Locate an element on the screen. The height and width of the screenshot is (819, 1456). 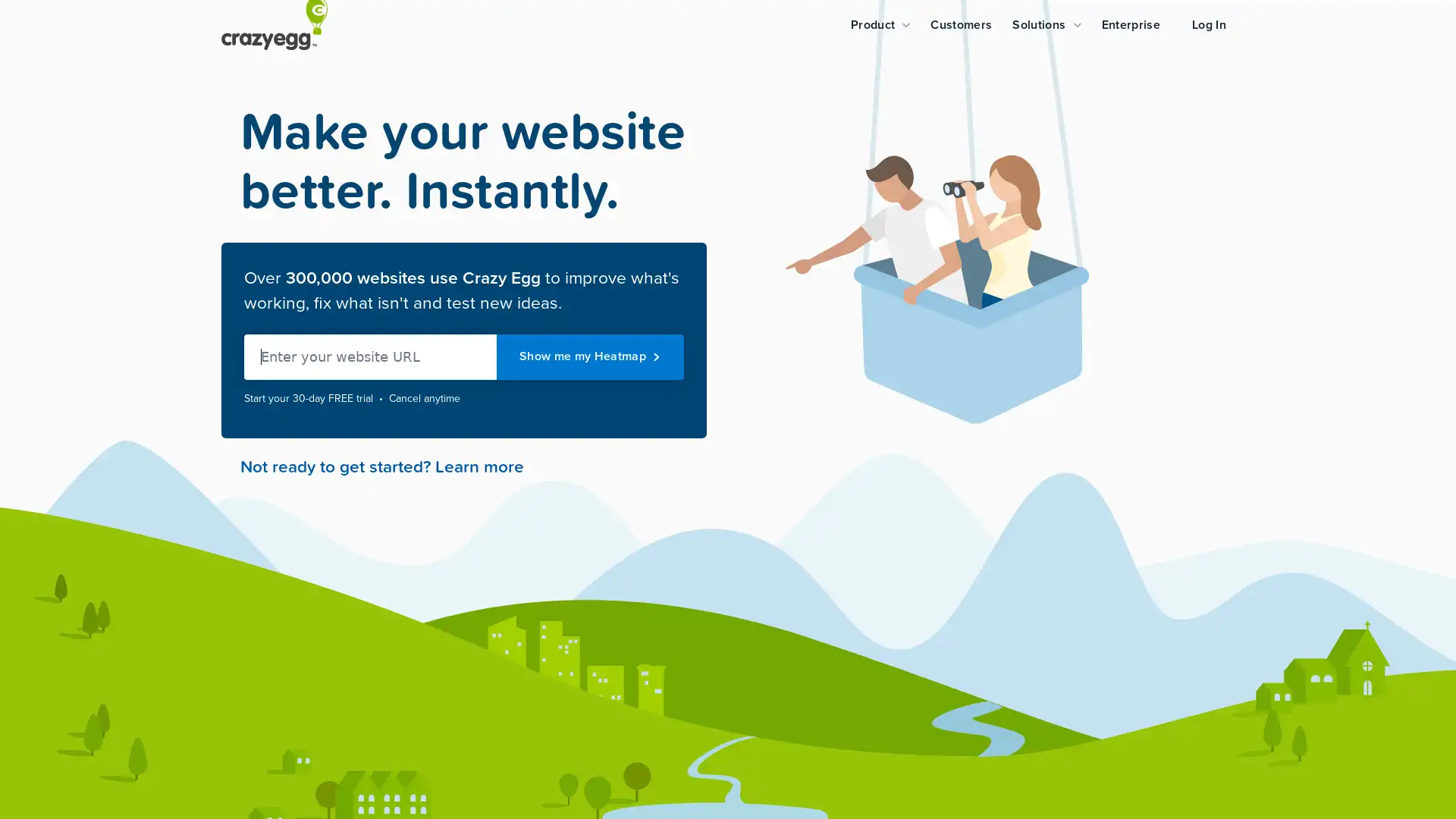
Not ready to get started? Learn more is located at coordinates (382, 480).